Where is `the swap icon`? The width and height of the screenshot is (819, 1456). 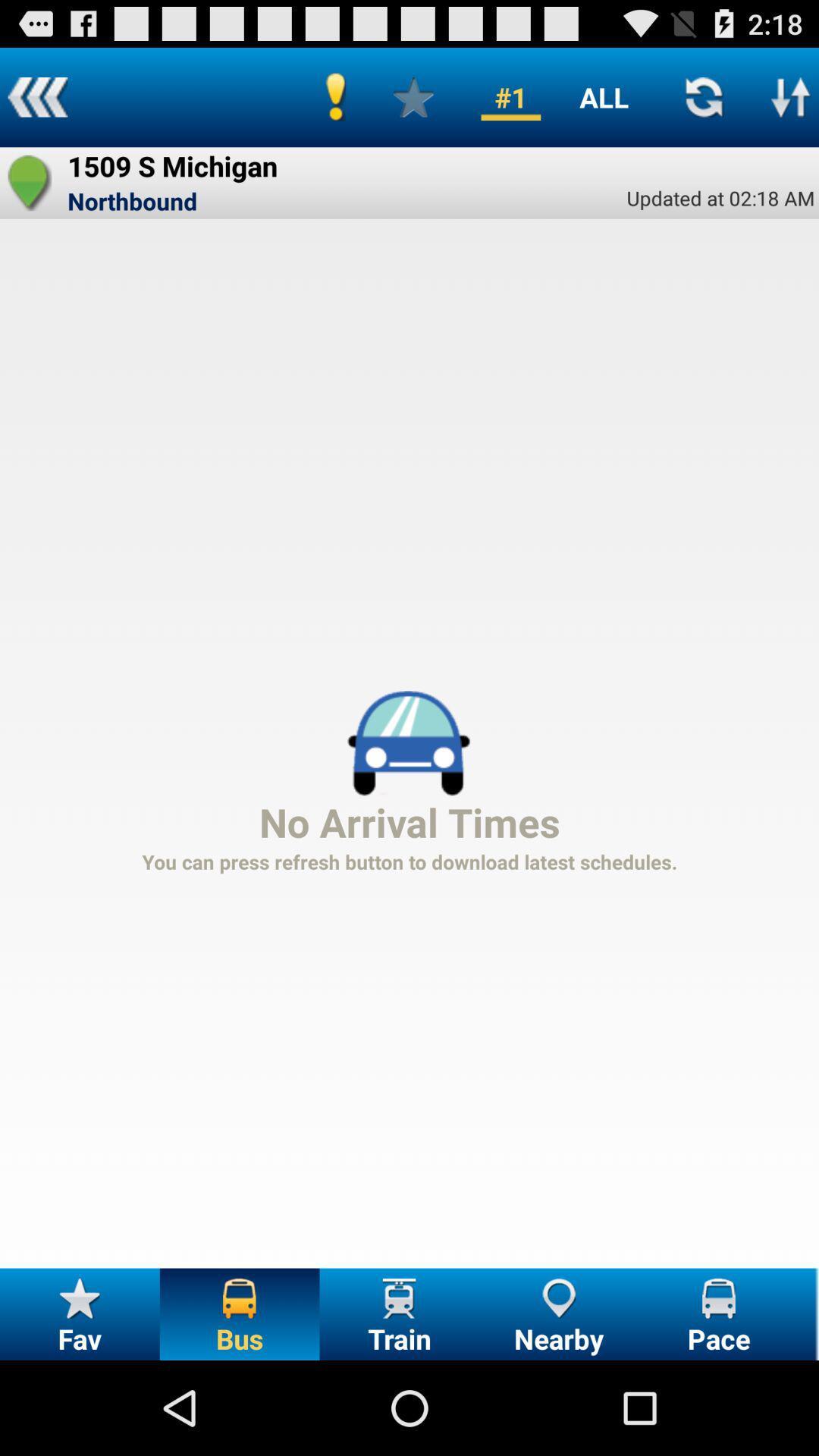
the swap icon is located at coordinates (790, 103).